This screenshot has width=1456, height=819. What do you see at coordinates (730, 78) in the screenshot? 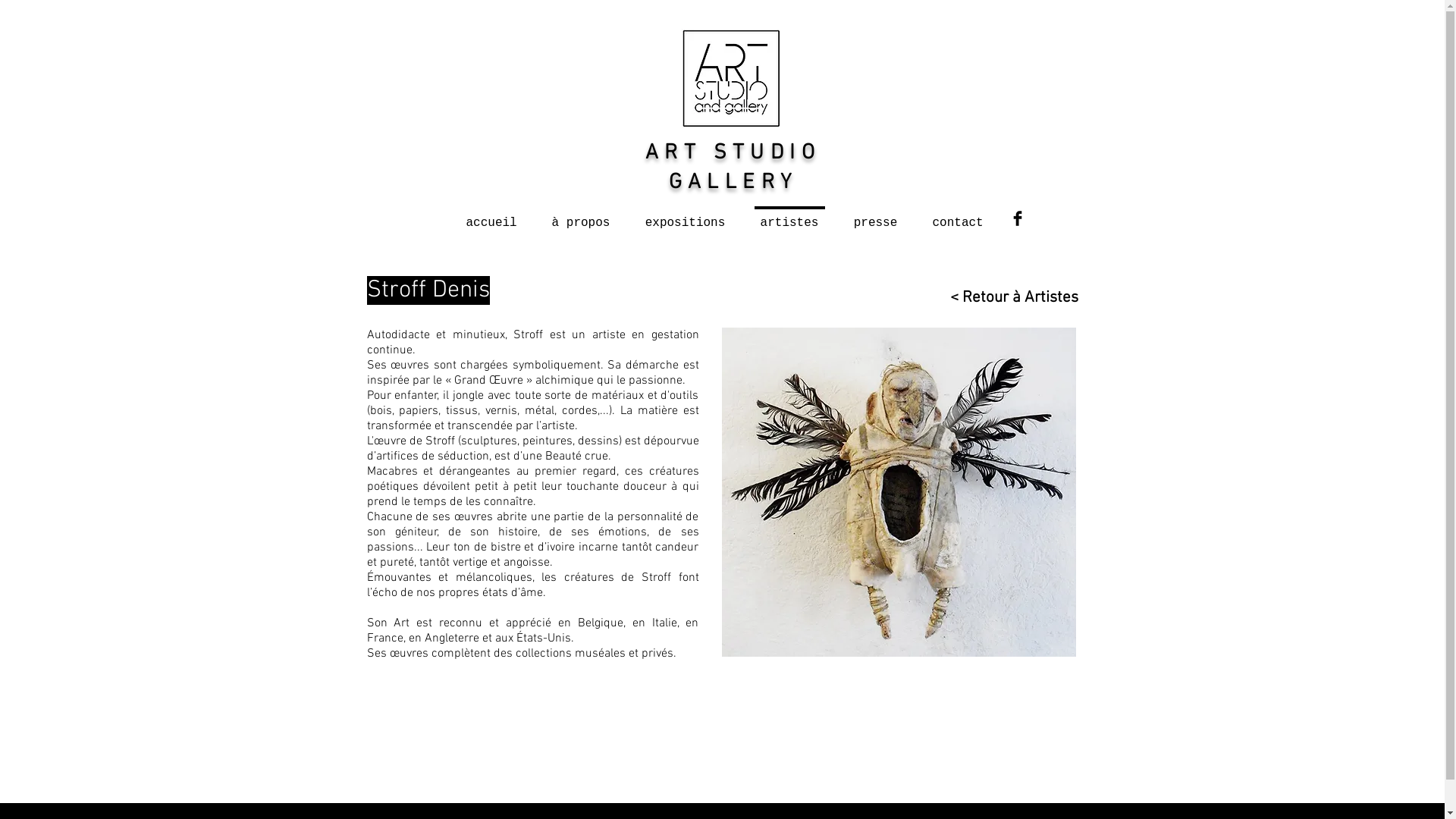
I see `'artstudio-2x2.jpg'` at bounding box center [730, 78].